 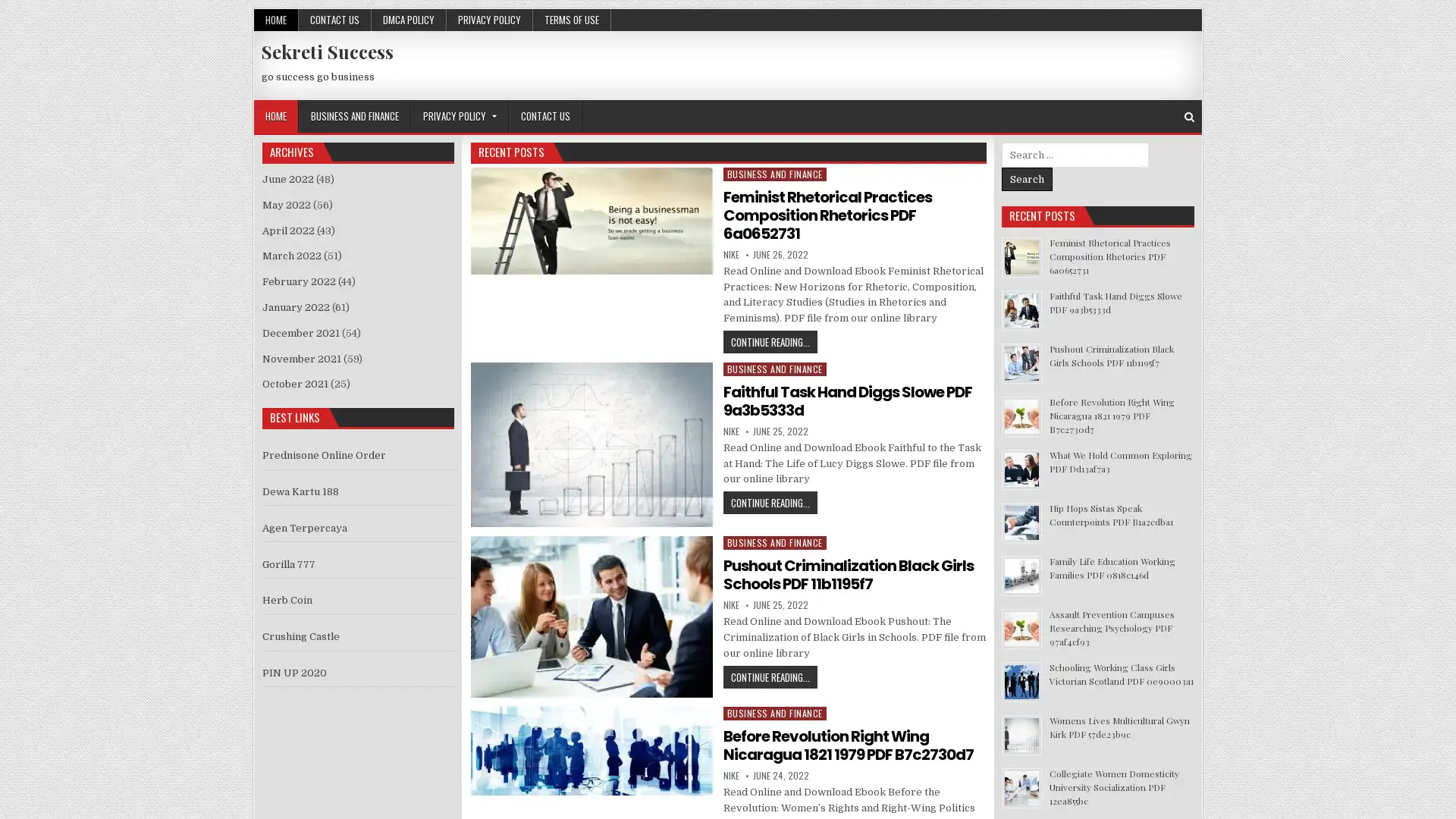 I want to click on Search, so click(x=1027, y=178).